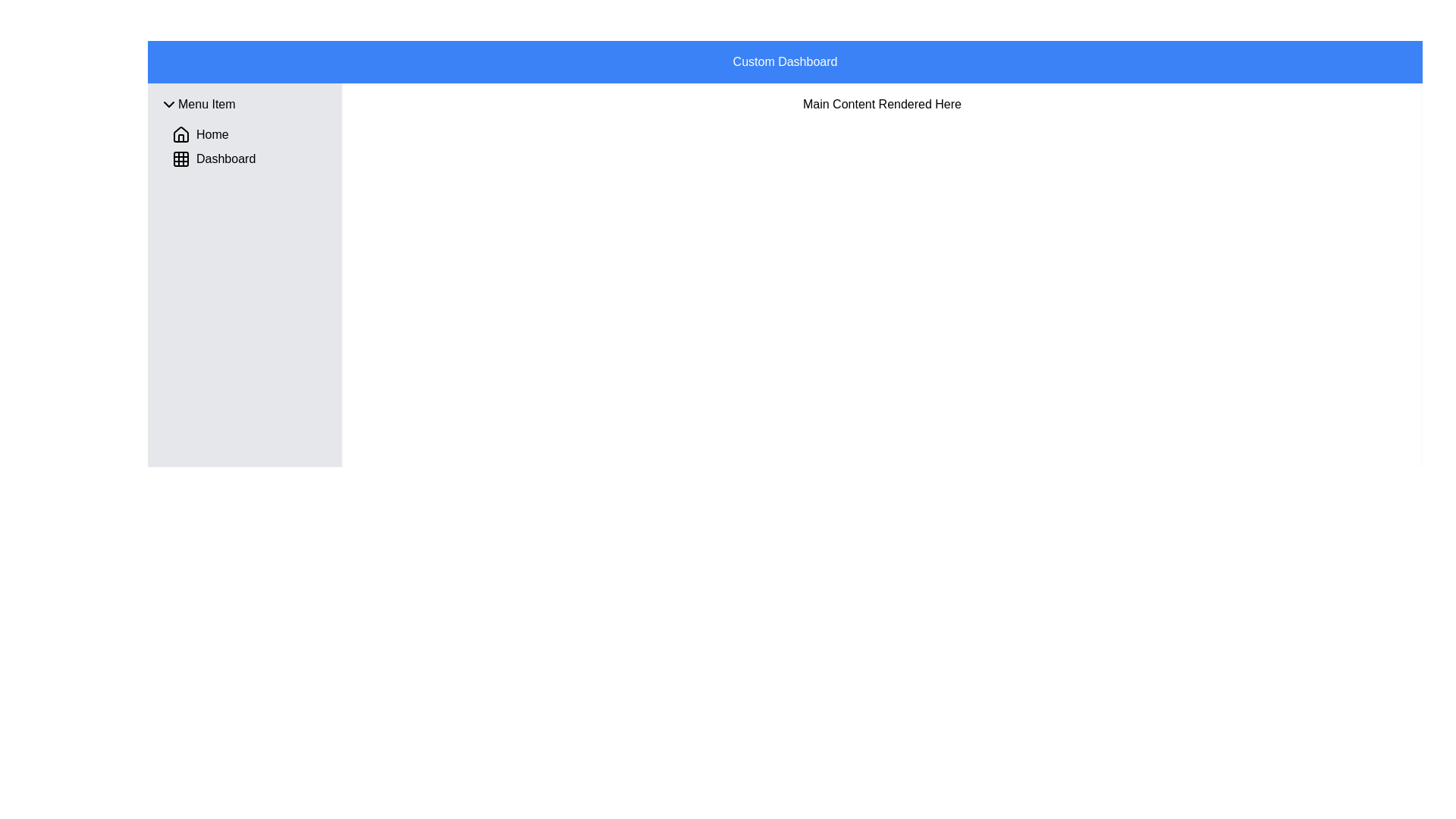 The height and width of the screenshot is (819, 1456). What do you see at coordinates (213, 158) in the screenshot?
I see `the 'Dashboard' menu item button located in the left-hand sidebar navigation` at bounding box center [213, 158].